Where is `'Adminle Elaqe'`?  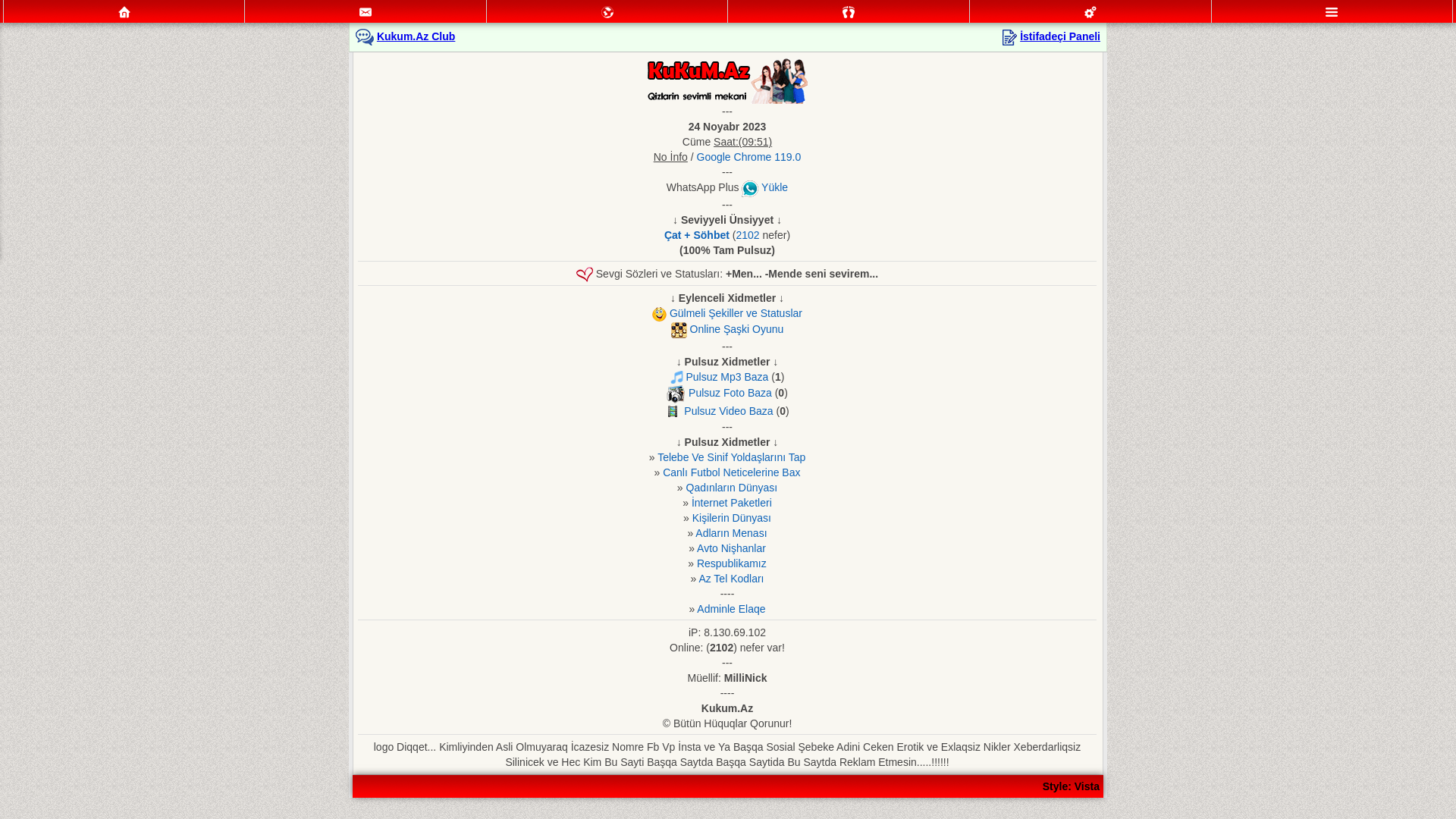 'Adminle Elaqe' is located at coordinates (731, 607).